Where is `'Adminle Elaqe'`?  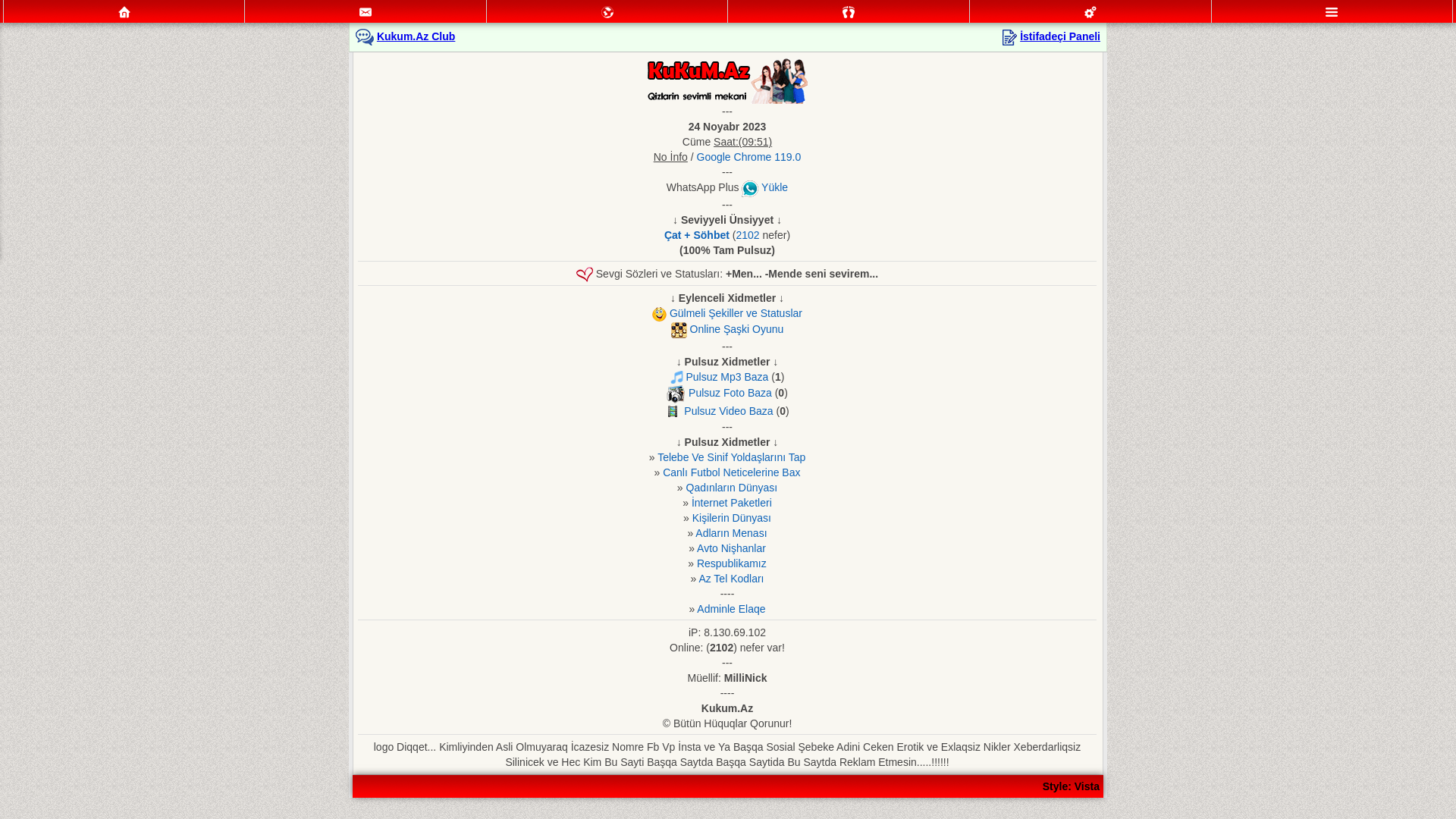 'Adminle Elaqe' is located at coordinates (731, 607).